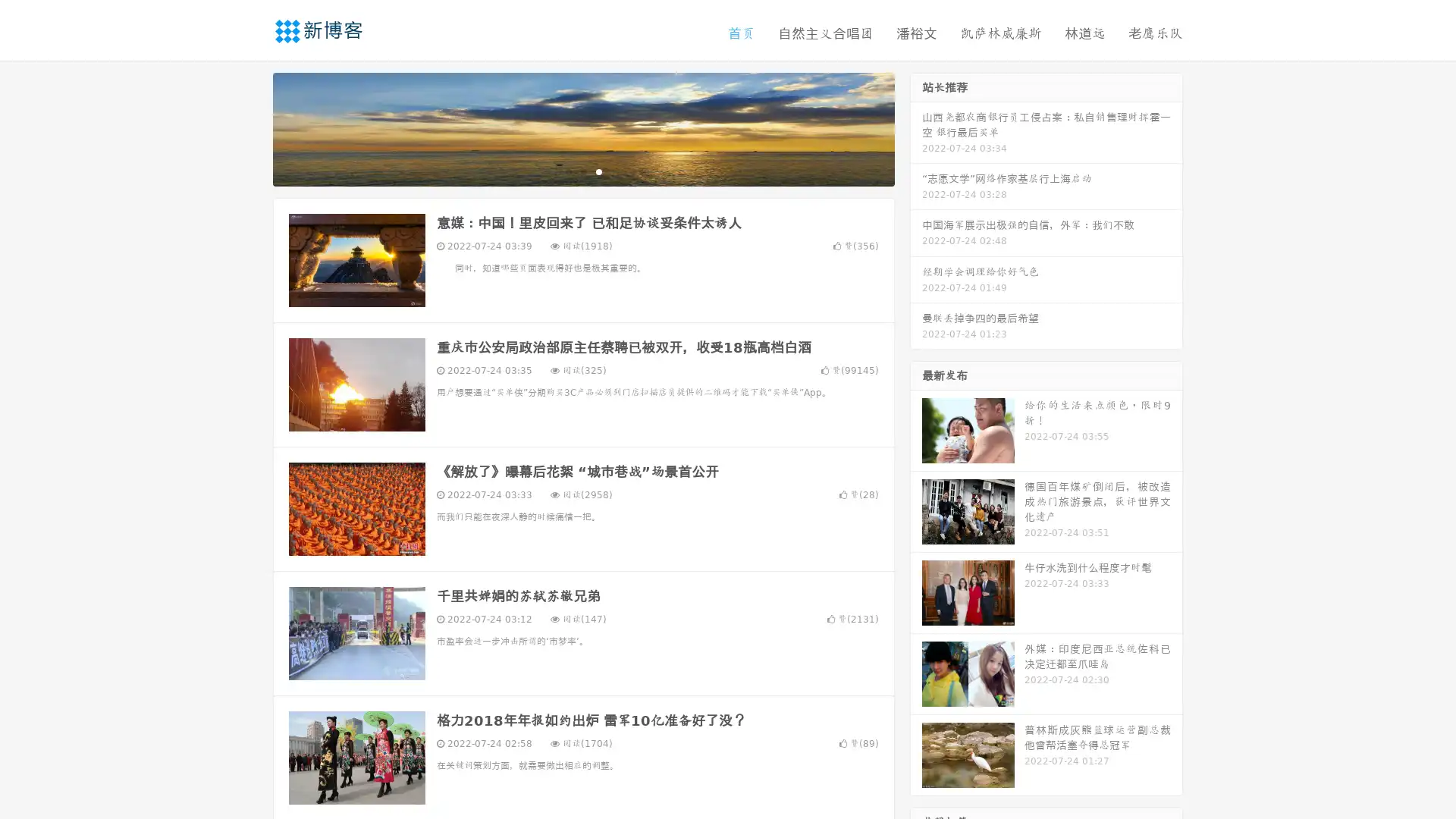 This screenshot has height=819, width=1456. What do you see at coordinates (598, 171) in the screenshot?
I see `Go to slide 3` at bounding box center [598, 171].